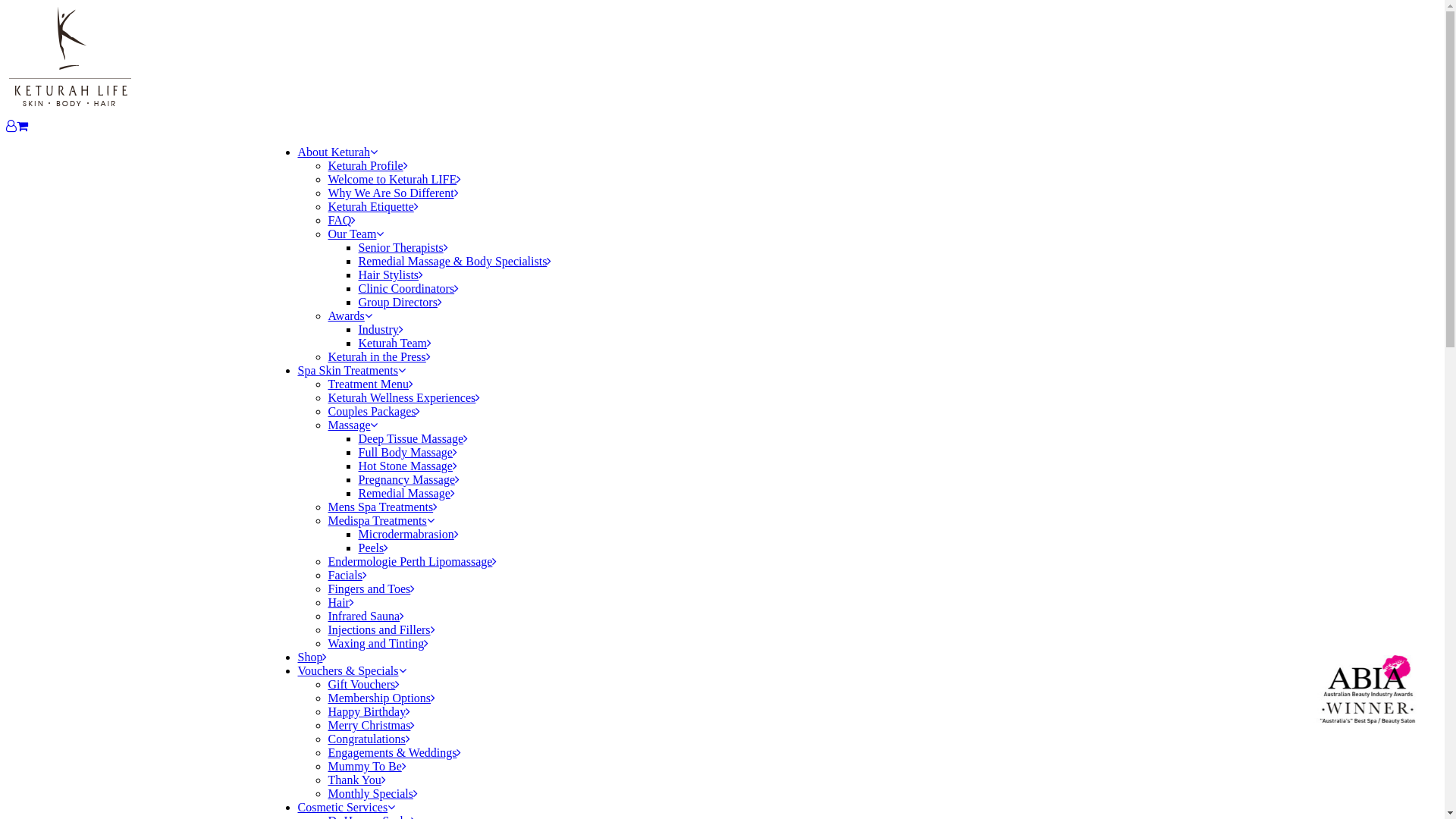 Image resolution: width=1456 pixels, height=819 pixels. I want to click on 'Remedial Massage', so click(406, 493).